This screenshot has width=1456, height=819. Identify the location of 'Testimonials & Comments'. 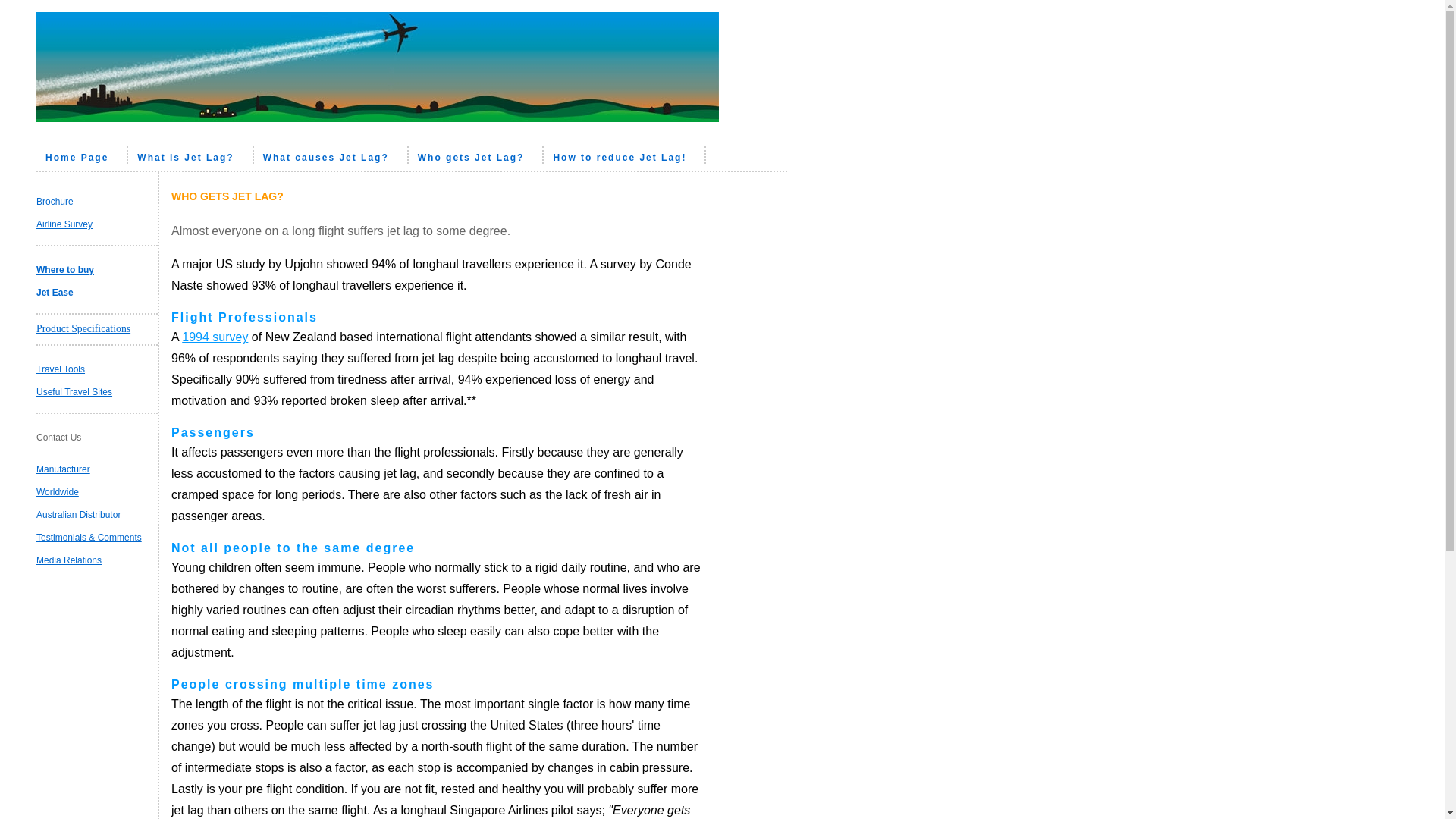
(88, 537).